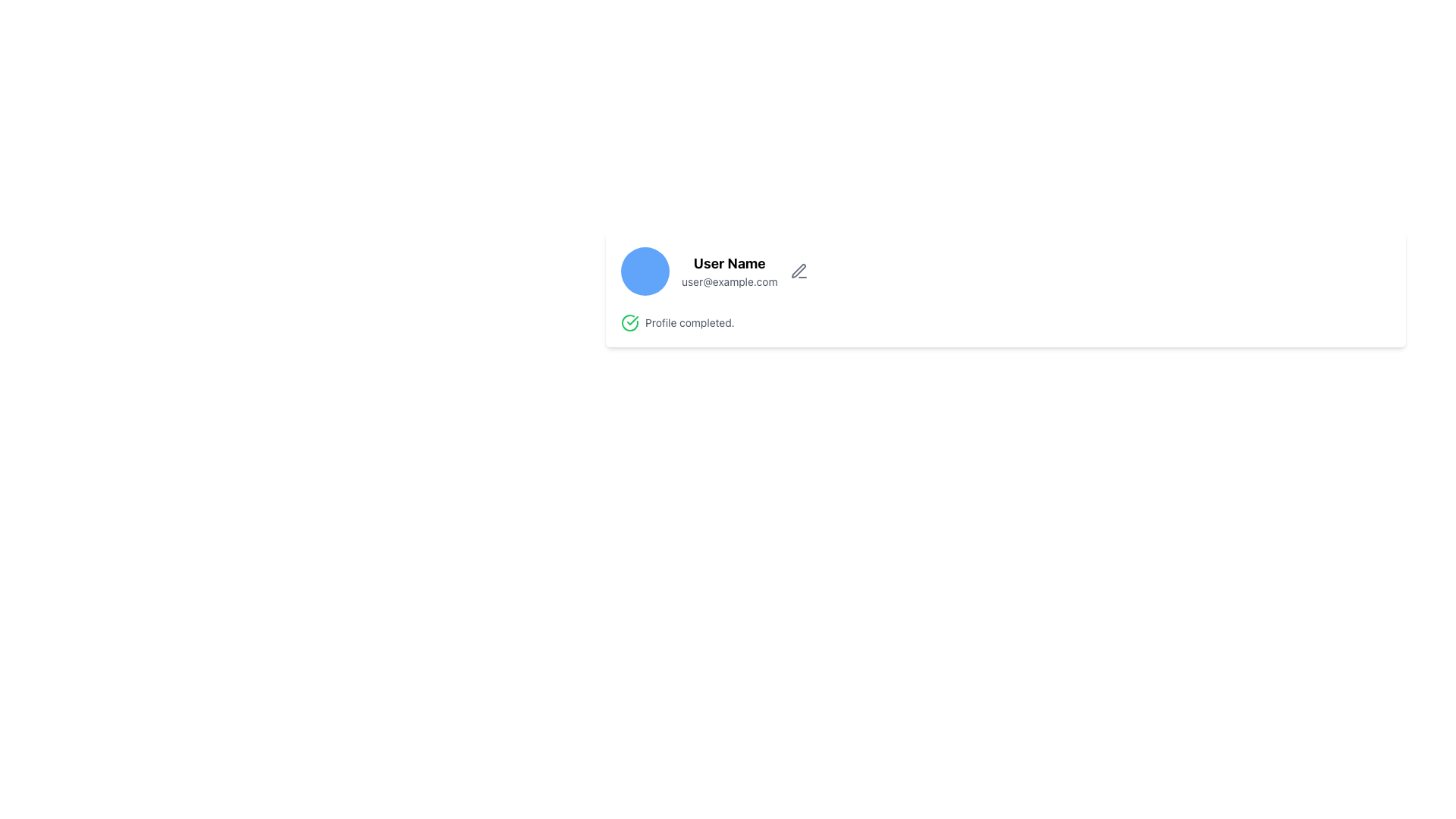  Describe the element at coordinates (689, 322) in the screenshot. I see `the text label indicating the completed status of the user's profile, located to the right of a green checkmark icon in the lower-left area of the user profile information card` at that location.